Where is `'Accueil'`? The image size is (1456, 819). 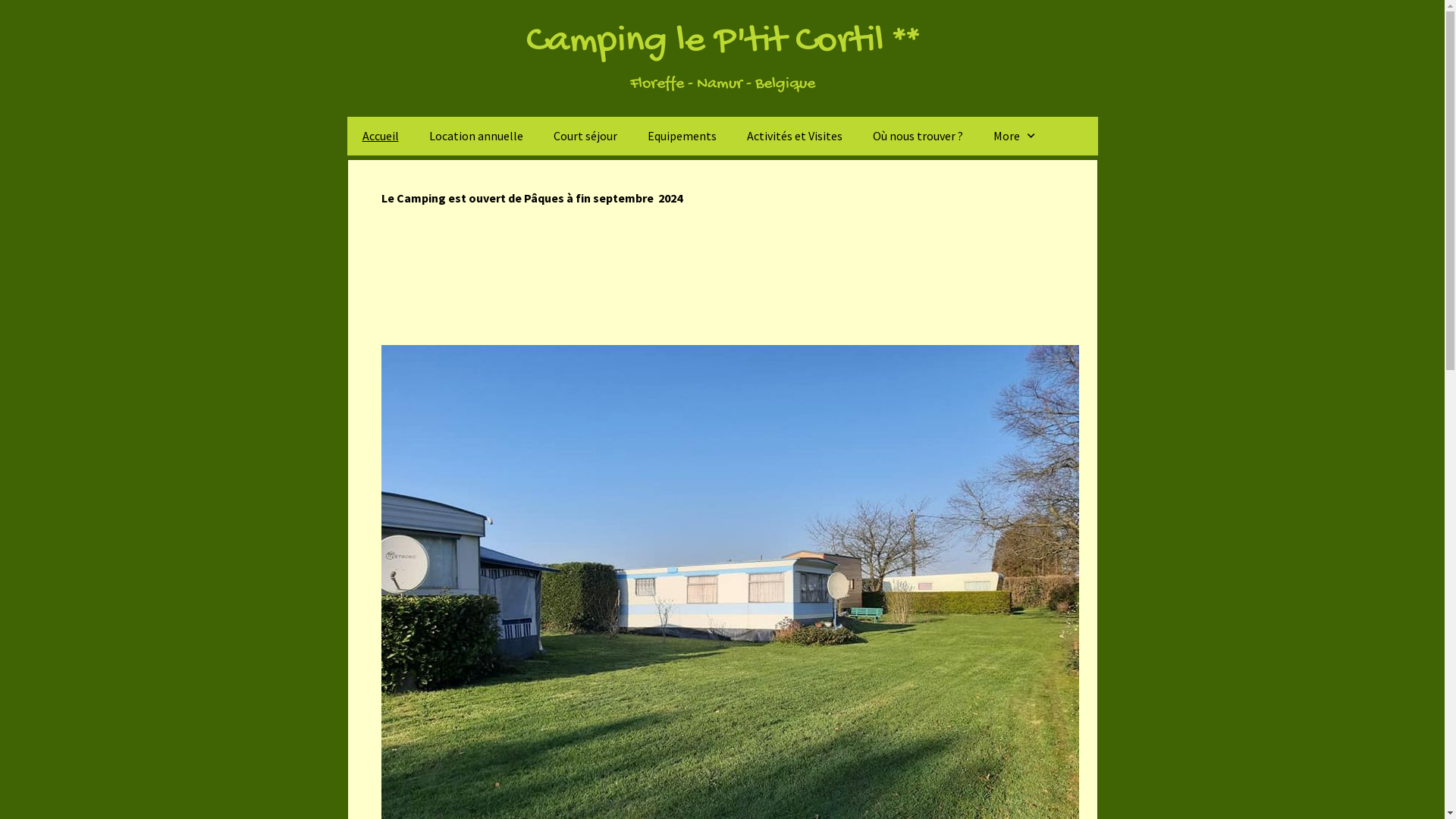 'Accueil' is located at coordinates (381, 135).